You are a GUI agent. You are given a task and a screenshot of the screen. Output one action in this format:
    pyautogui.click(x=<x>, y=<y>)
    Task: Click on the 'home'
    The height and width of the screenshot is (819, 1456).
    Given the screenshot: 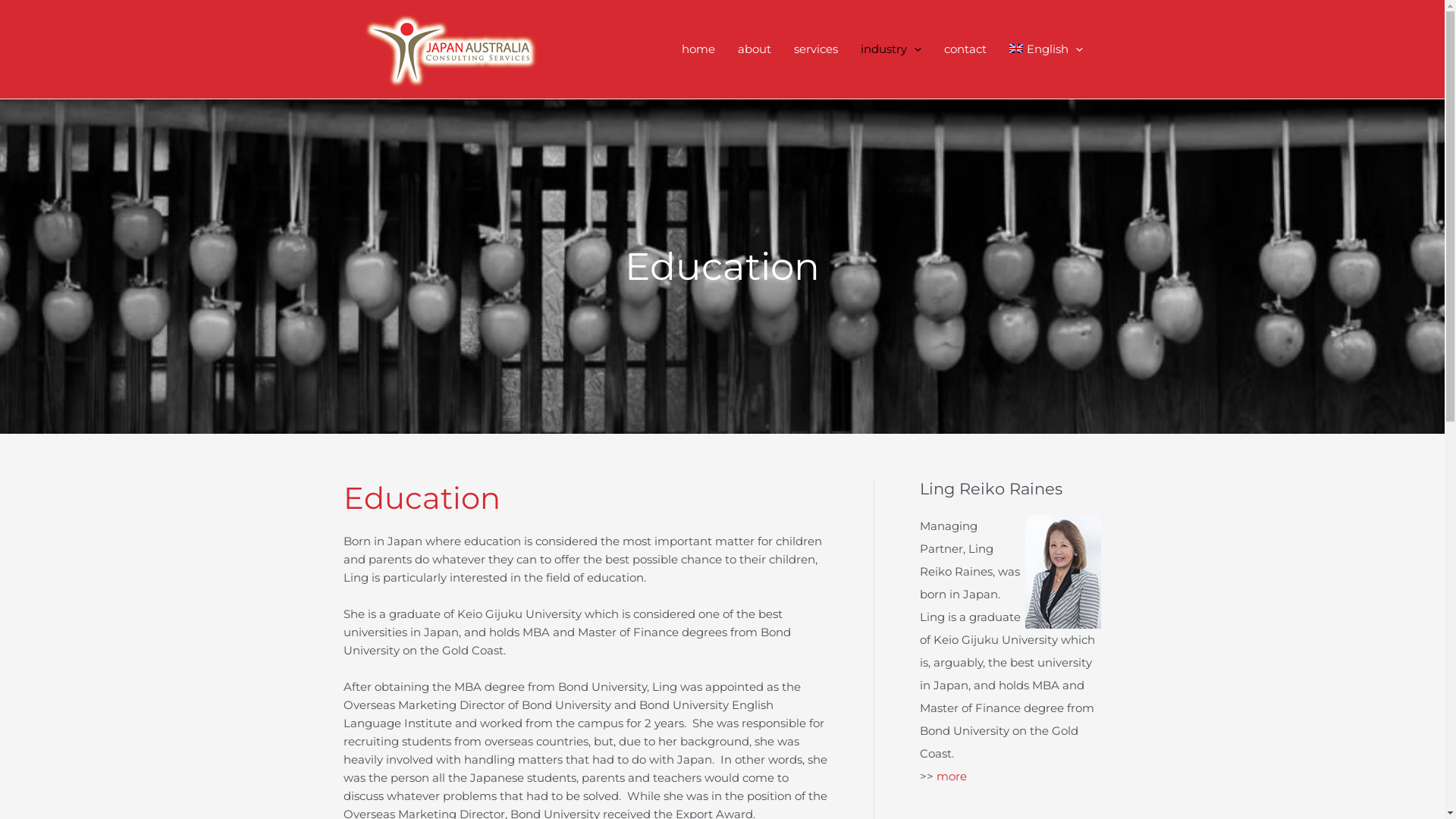 What is the action you would take?
    pyautogui.click(x=669, y=49)
    